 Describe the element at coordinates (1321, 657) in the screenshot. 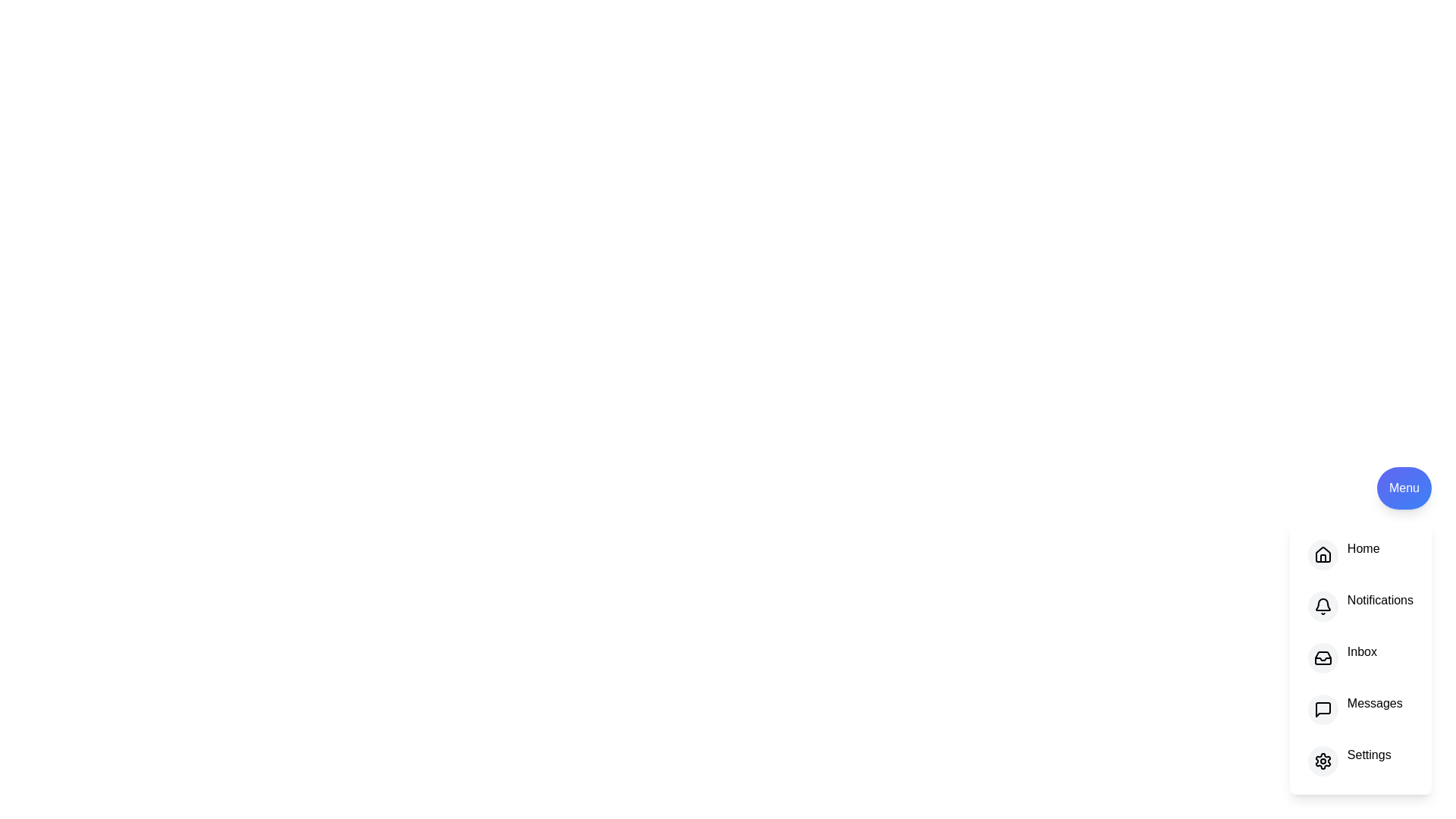

I see `the option Inbox from the menu` at that location.